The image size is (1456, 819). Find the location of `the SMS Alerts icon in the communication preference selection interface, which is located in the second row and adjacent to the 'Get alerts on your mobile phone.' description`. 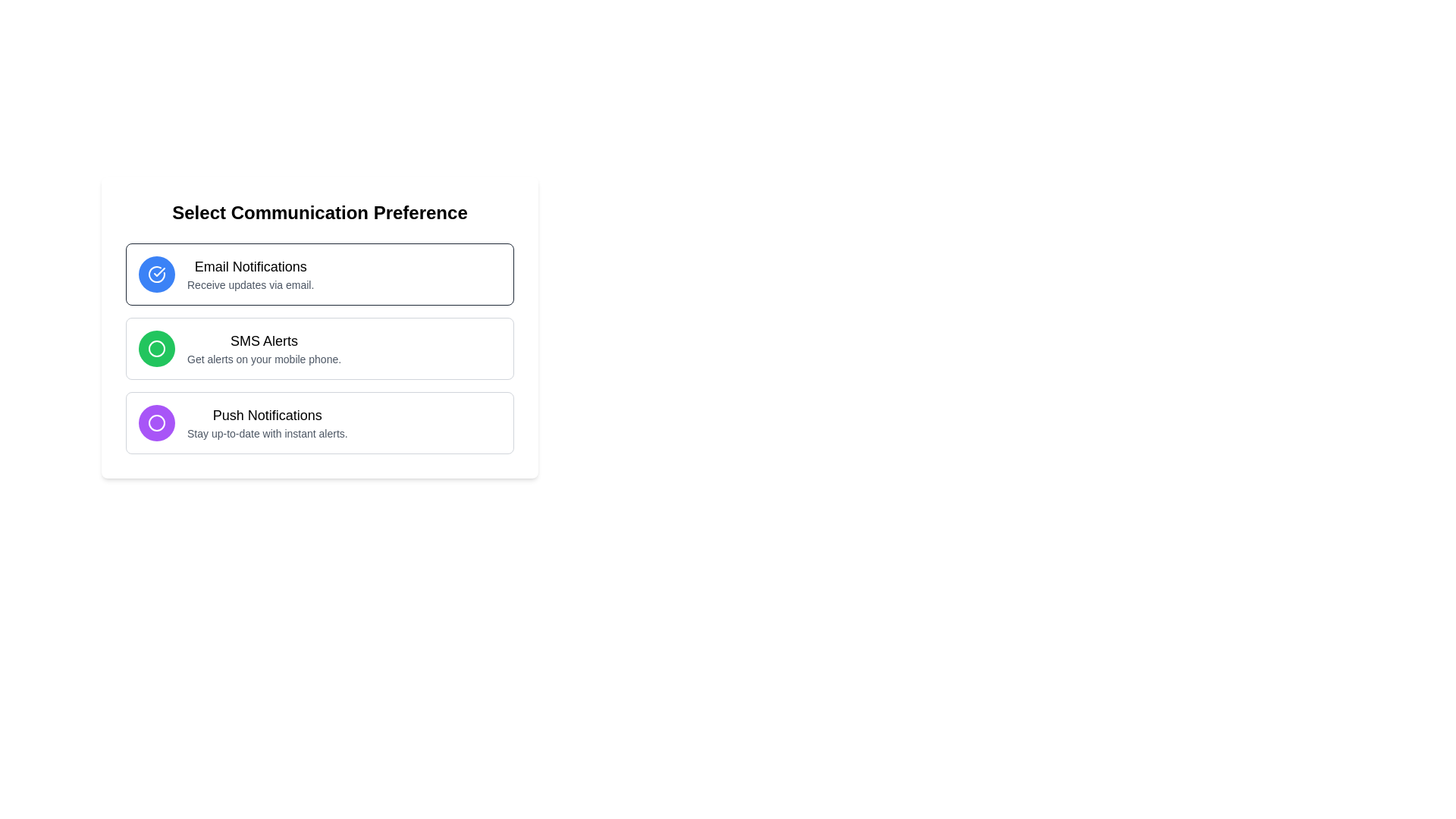

the SMS Alerts icon in the communication preference selection interface, which is located in the second row and adjacent to the 'Get alerts on your mobile phone.' description is located at coordinates (156, 348).